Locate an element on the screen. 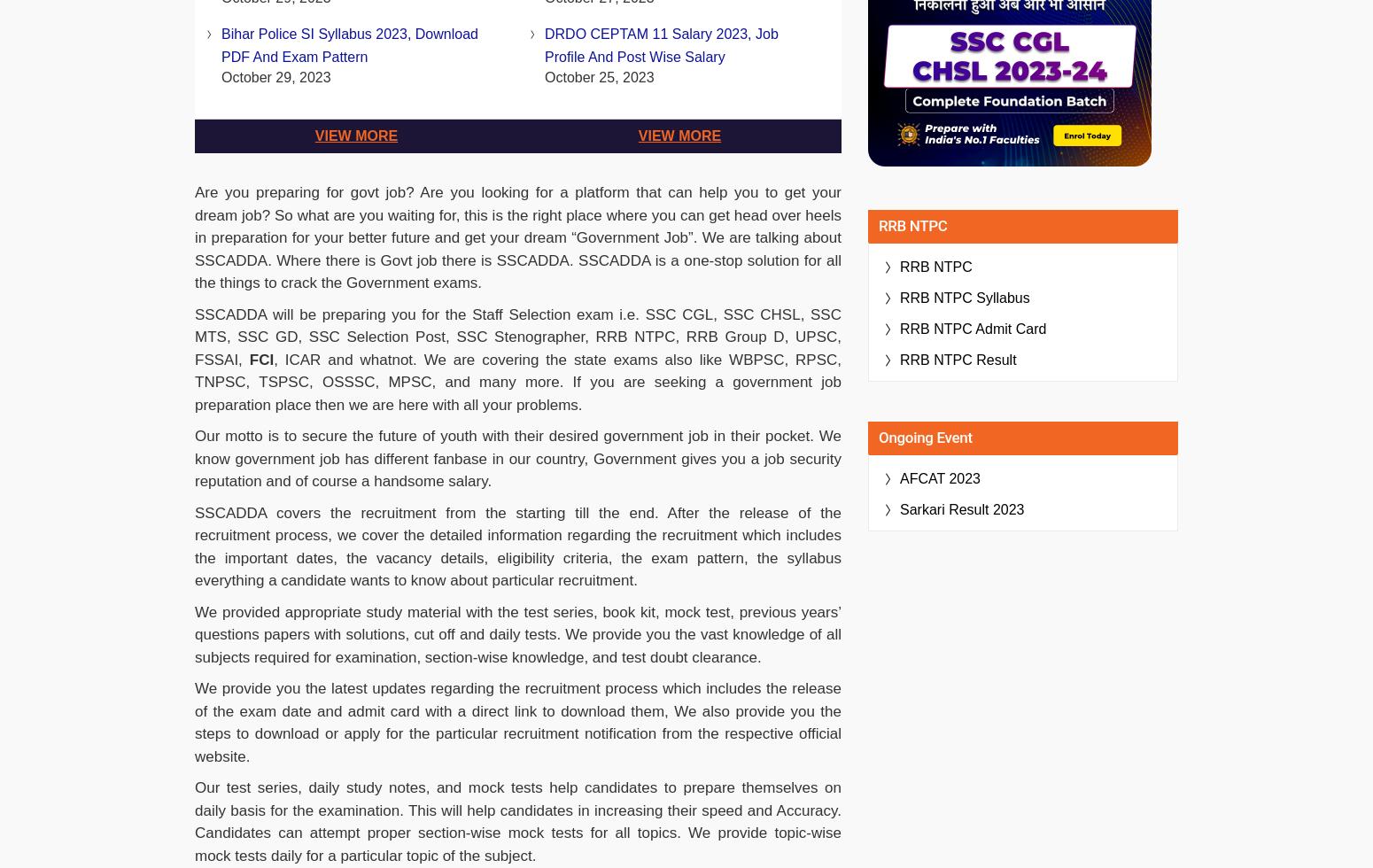  'We provided appropriate study material with the test series, book kit, mock test, previous years’ questions papers with solutions, cut off and daily tests. We provide you the vast knowledge of all subjects required for examination, section-wise knowledge, and test doubt clearance.' is located at coordinates (517, 633).